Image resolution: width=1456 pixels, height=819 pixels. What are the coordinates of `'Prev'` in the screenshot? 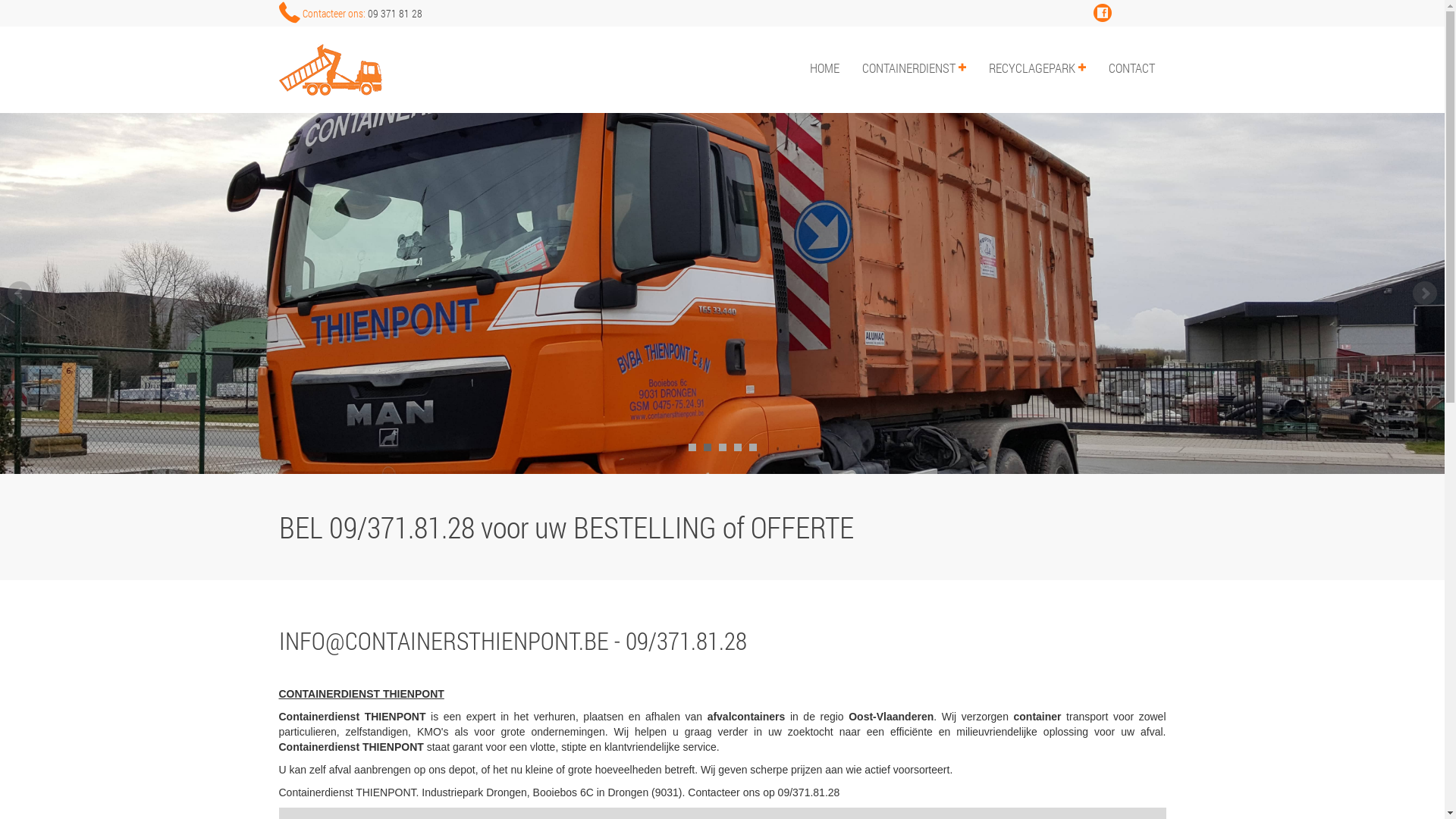 It's located at (19, 293).